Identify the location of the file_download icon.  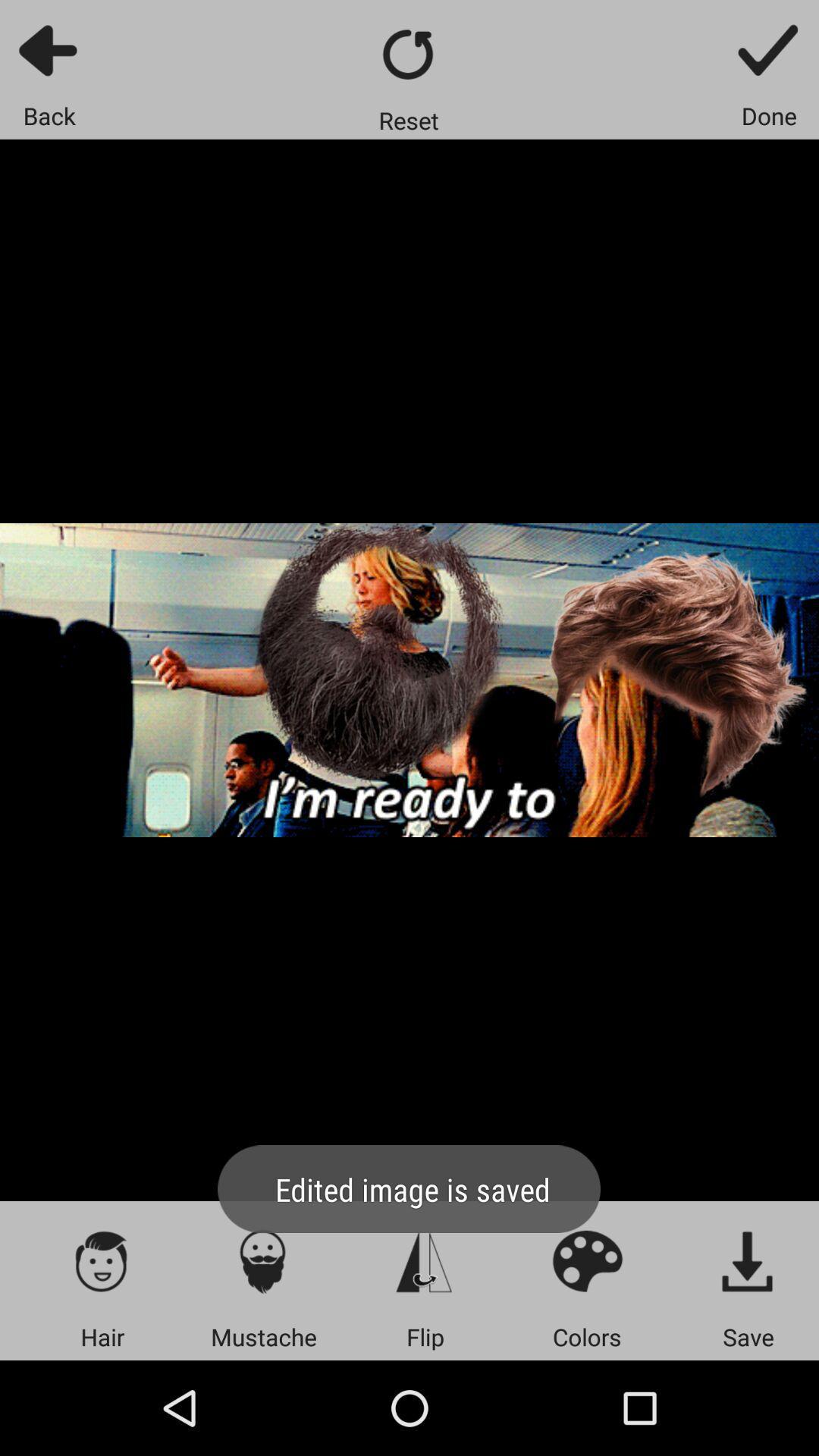
(748, 1260).